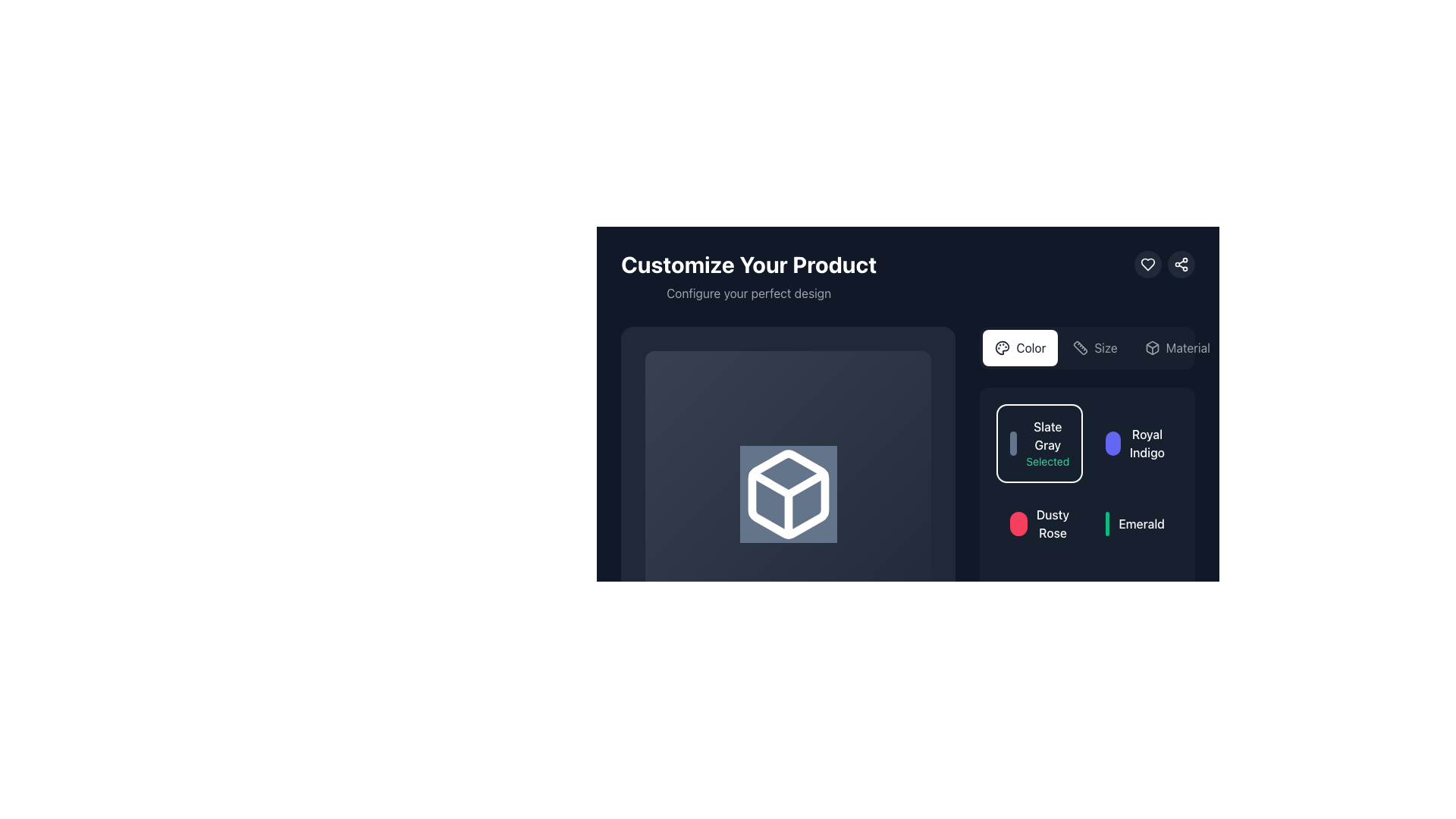 Image resolution: width=1456 pixels, height=819 pixels. What do you see at coordinates (1107, 522) in the screenshot?
I see `the circular emerald green Color selection button located to the left of the 'Emerald' label` at bounding box center [1107, 522].